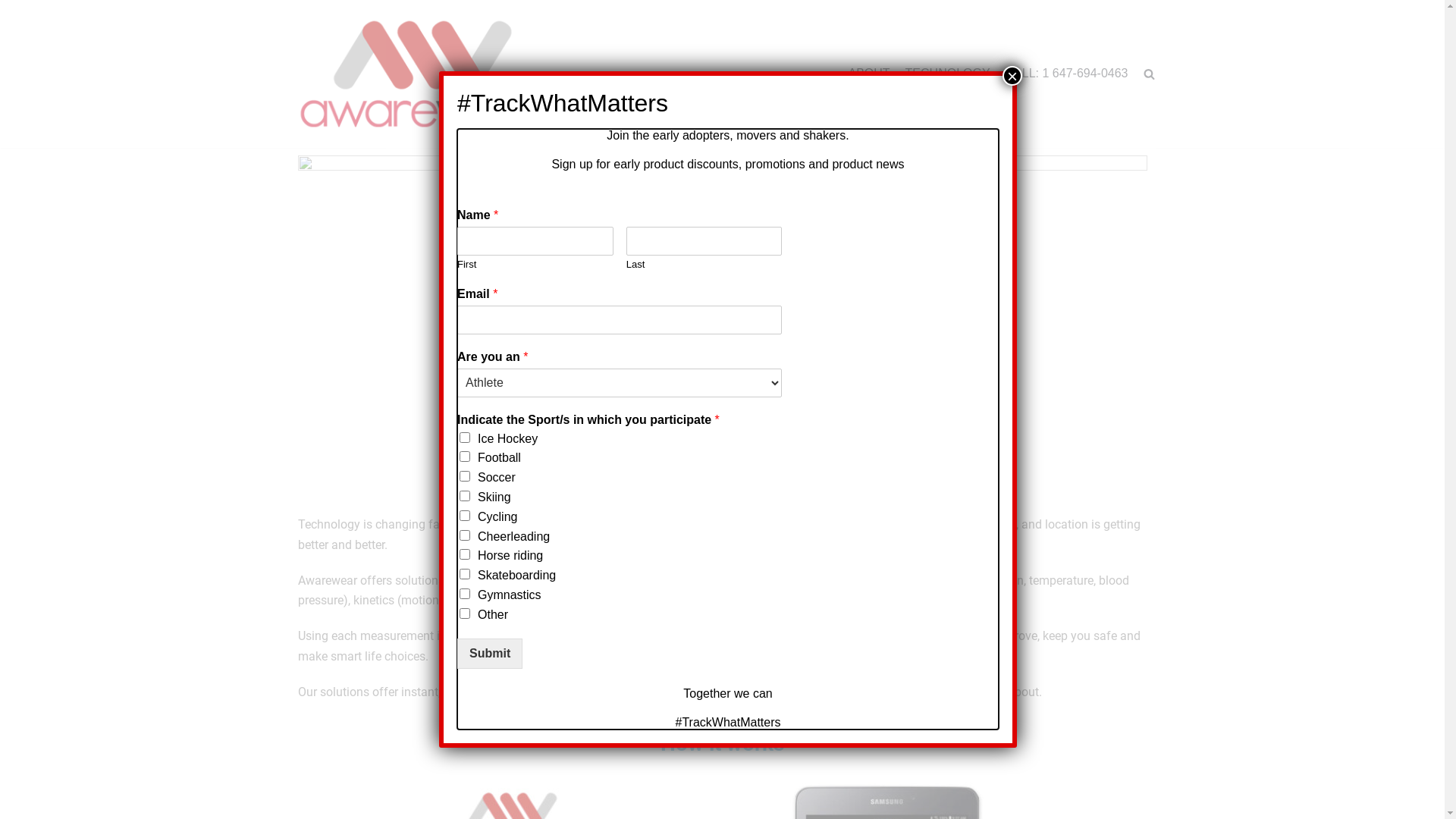 The image size is (1456, 819). What do you see at coordinates (1122, 107) in the screenshot?
I see `'Search'` at bounding box center [1122, 107].